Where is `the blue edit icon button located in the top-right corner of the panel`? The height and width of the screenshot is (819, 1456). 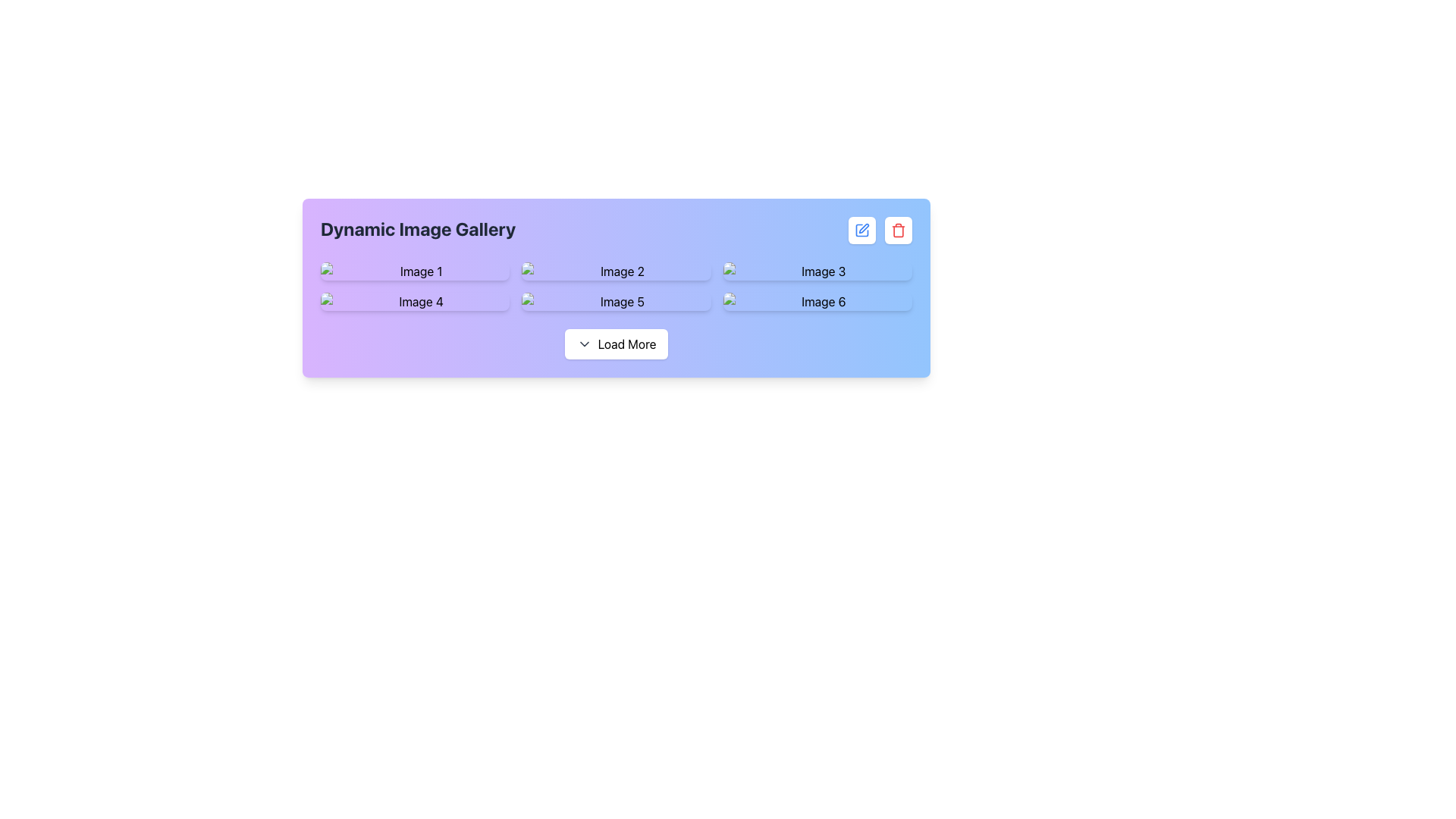
the blue edit icon button located in the top-right corner of the panel is located at coordinates (862, 231).